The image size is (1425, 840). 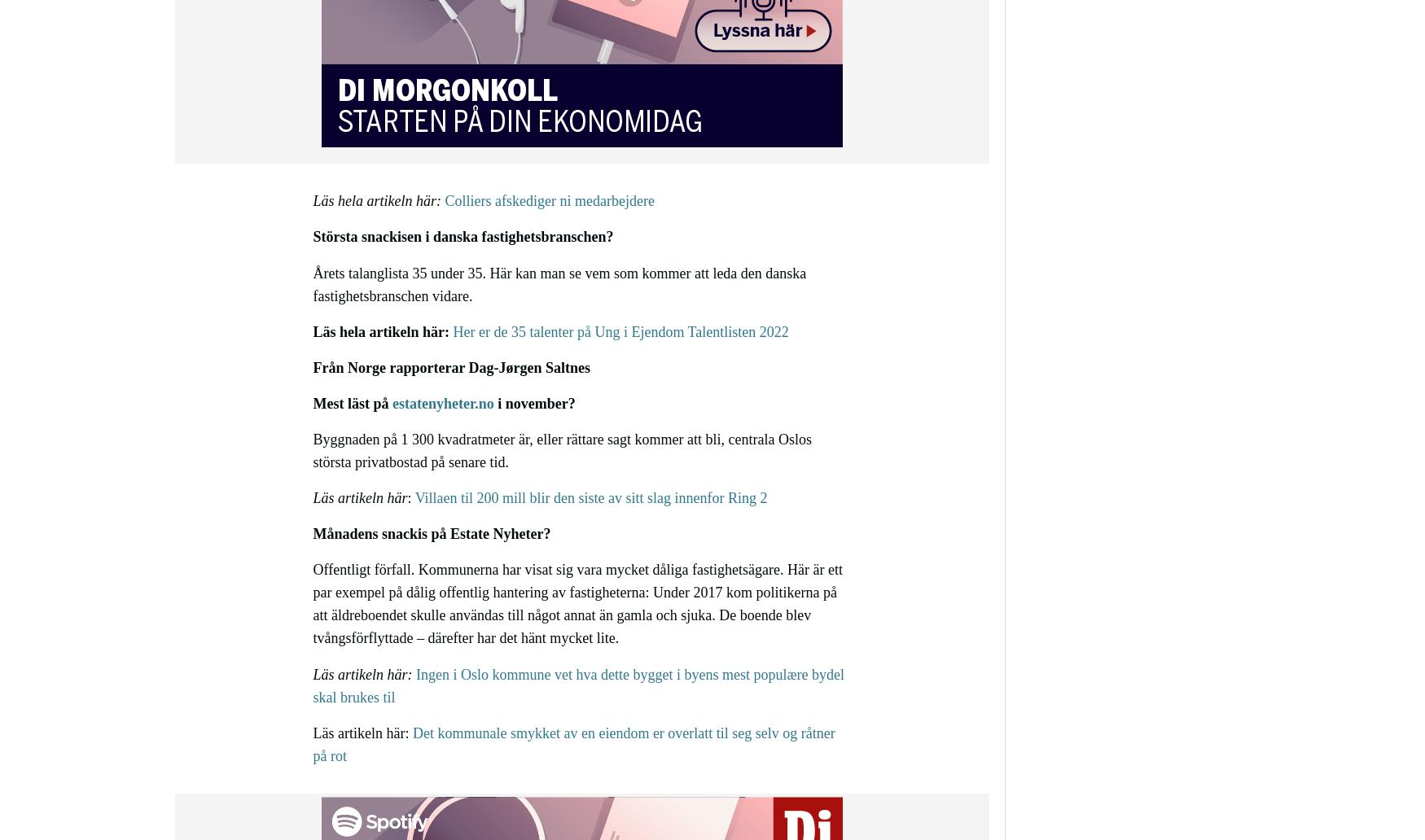 What do you see at coordinates (573, 743) in the screenshot?
I see `'Det kommunale smykket av en eiendom er overlatt til seg selv og råtner på rot'` at bounding box center [573, 743].